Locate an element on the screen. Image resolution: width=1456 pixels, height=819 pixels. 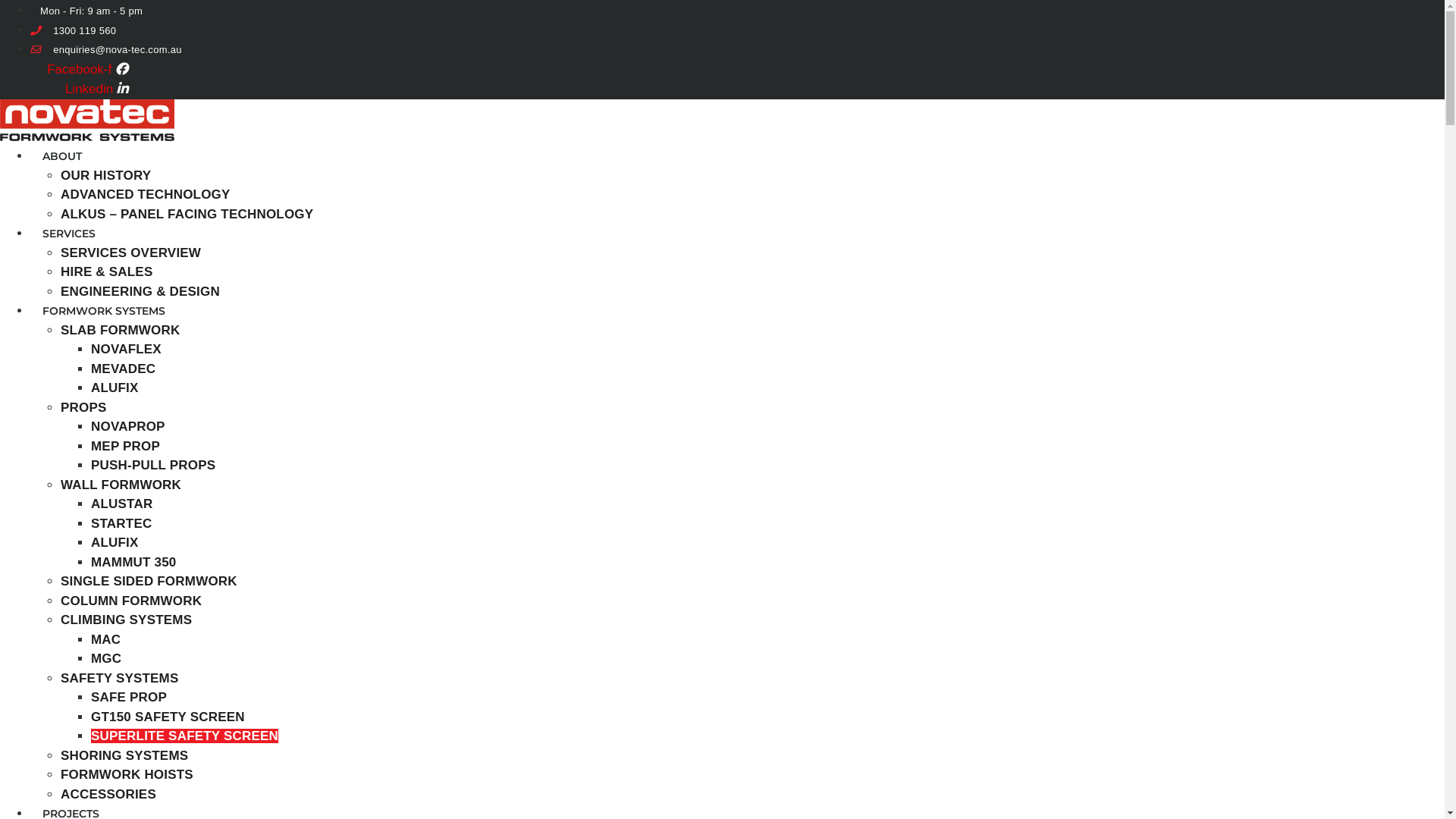
'ADVANCED TECHNOLOGY' is located at coordinates (146, 193).